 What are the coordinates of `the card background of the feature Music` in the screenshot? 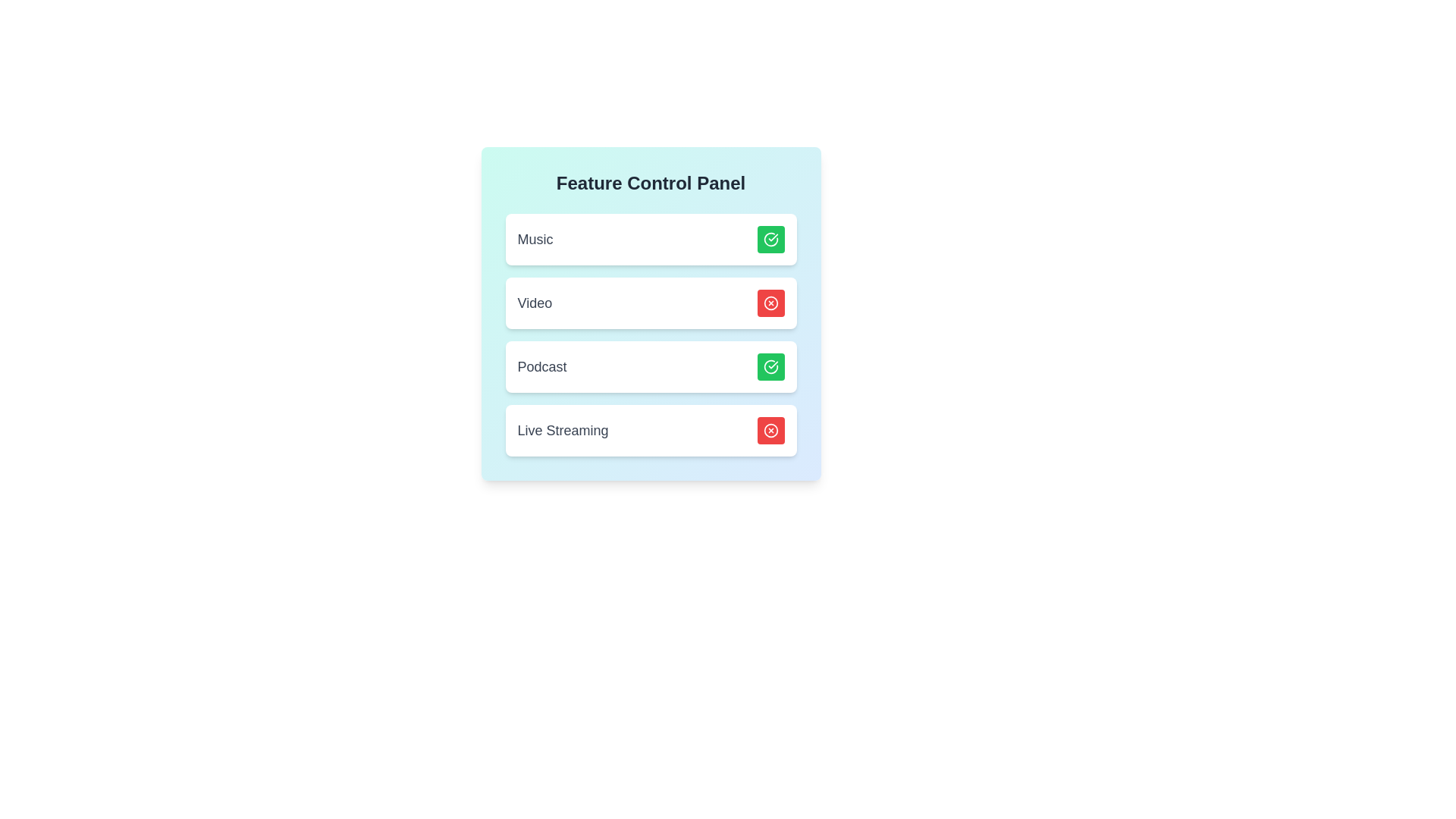 It's located at (651, 239).